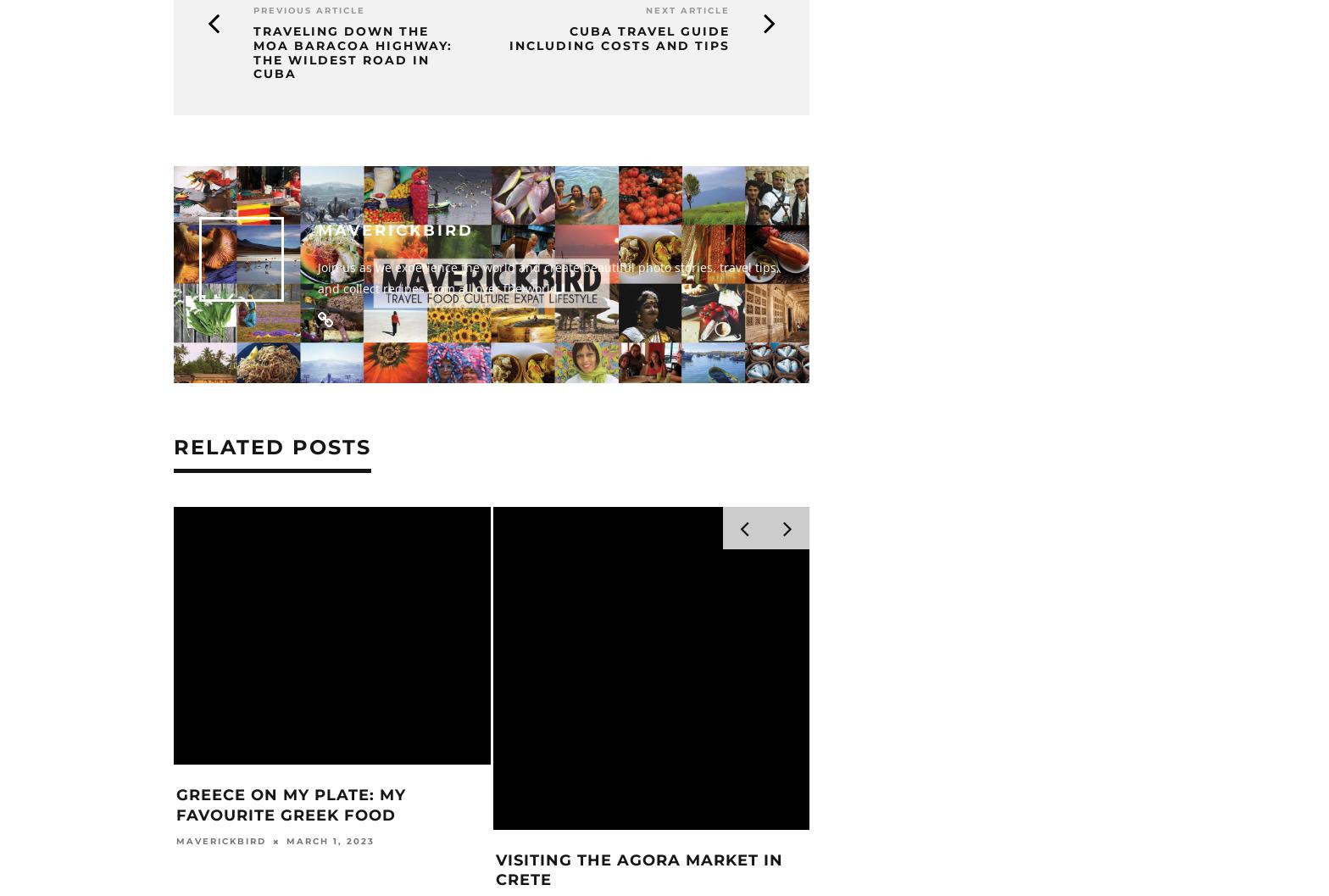 The image size is (1329, 896). What do you see at coordinates (548, 283) in the screenshot?
I see `'Join us as we experience the world and create beautiful photo stories, travel tips, and collect recipes from all over the world.'` at bounding box center [548, 283].